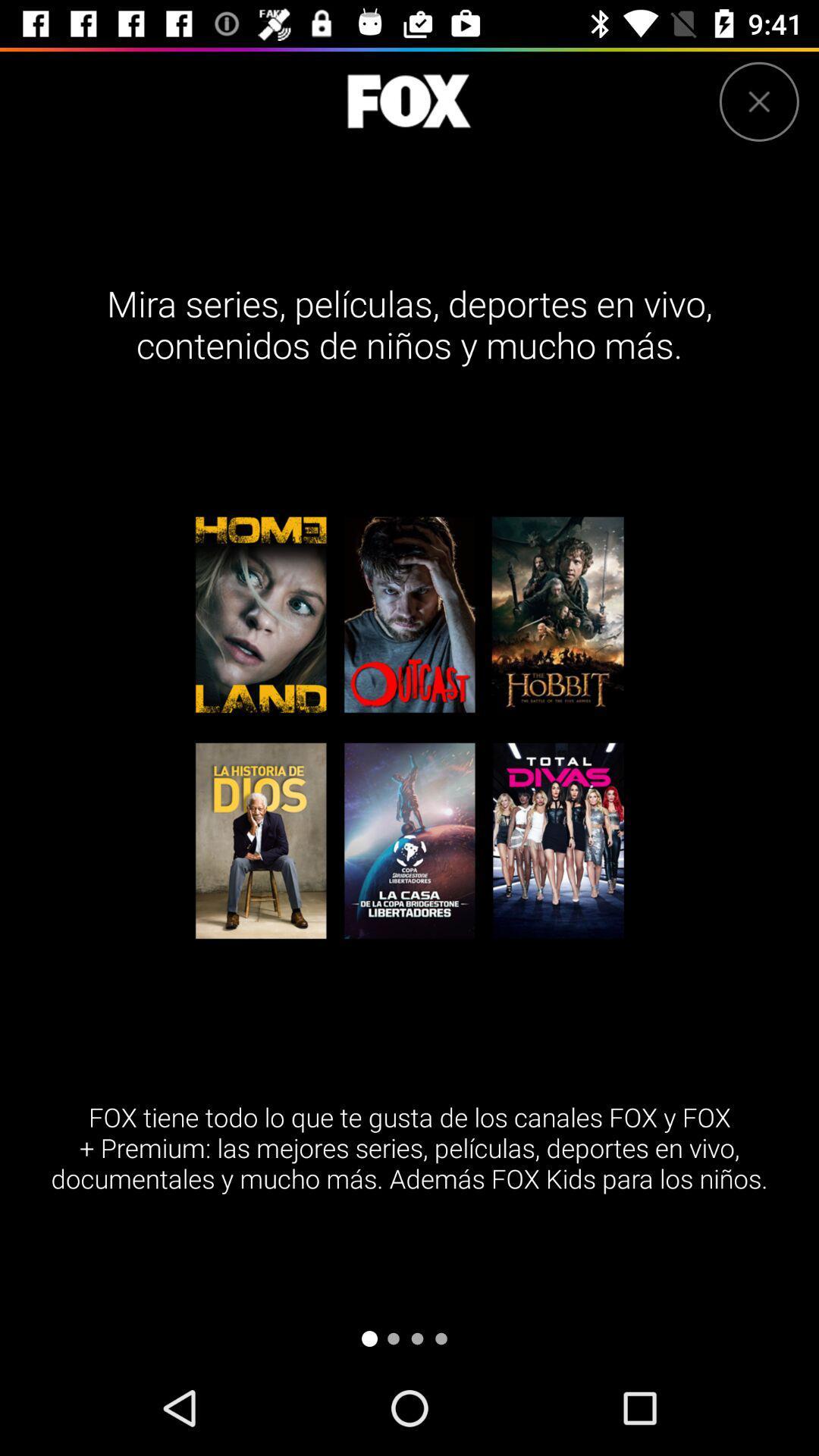 Image resolution: width=819 pixels, height=1456 pixels. Describe the element at coordinates (408, 101) in the screenshot. I see `homepage` at that location.